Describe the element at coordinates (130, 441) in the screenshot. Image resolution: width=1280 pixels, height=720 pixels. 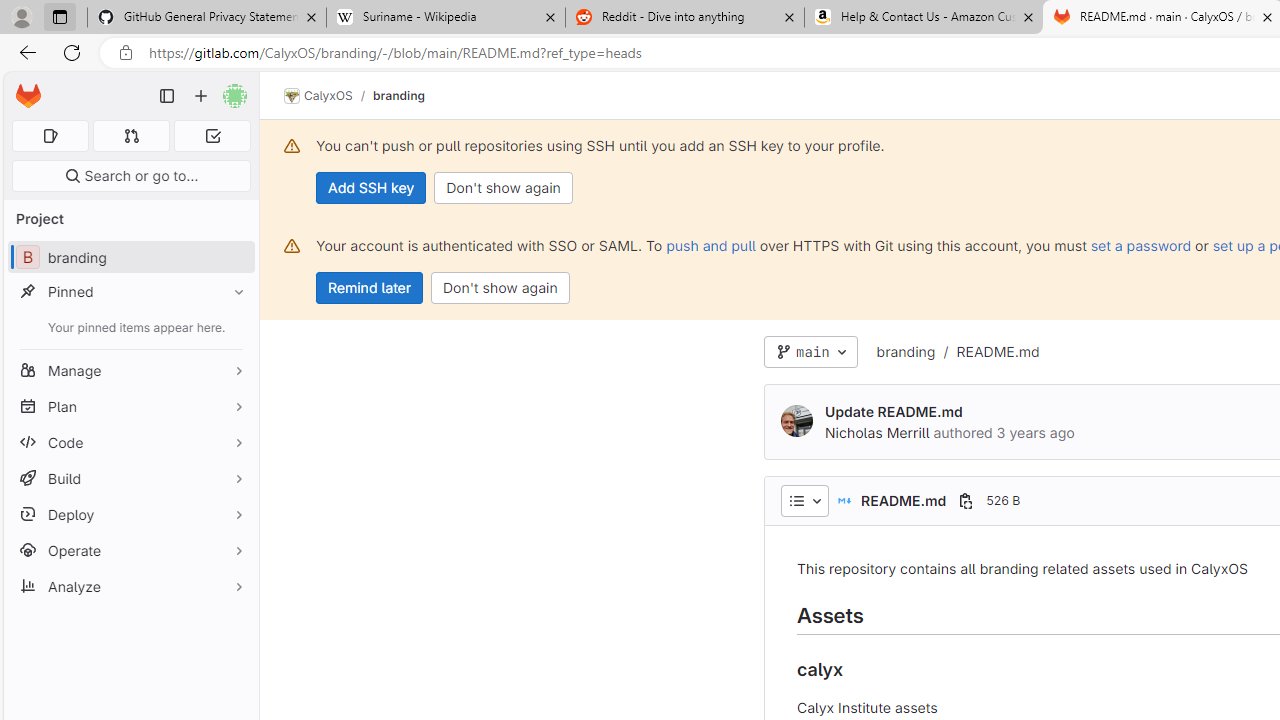
I see `'Code'` at that location.